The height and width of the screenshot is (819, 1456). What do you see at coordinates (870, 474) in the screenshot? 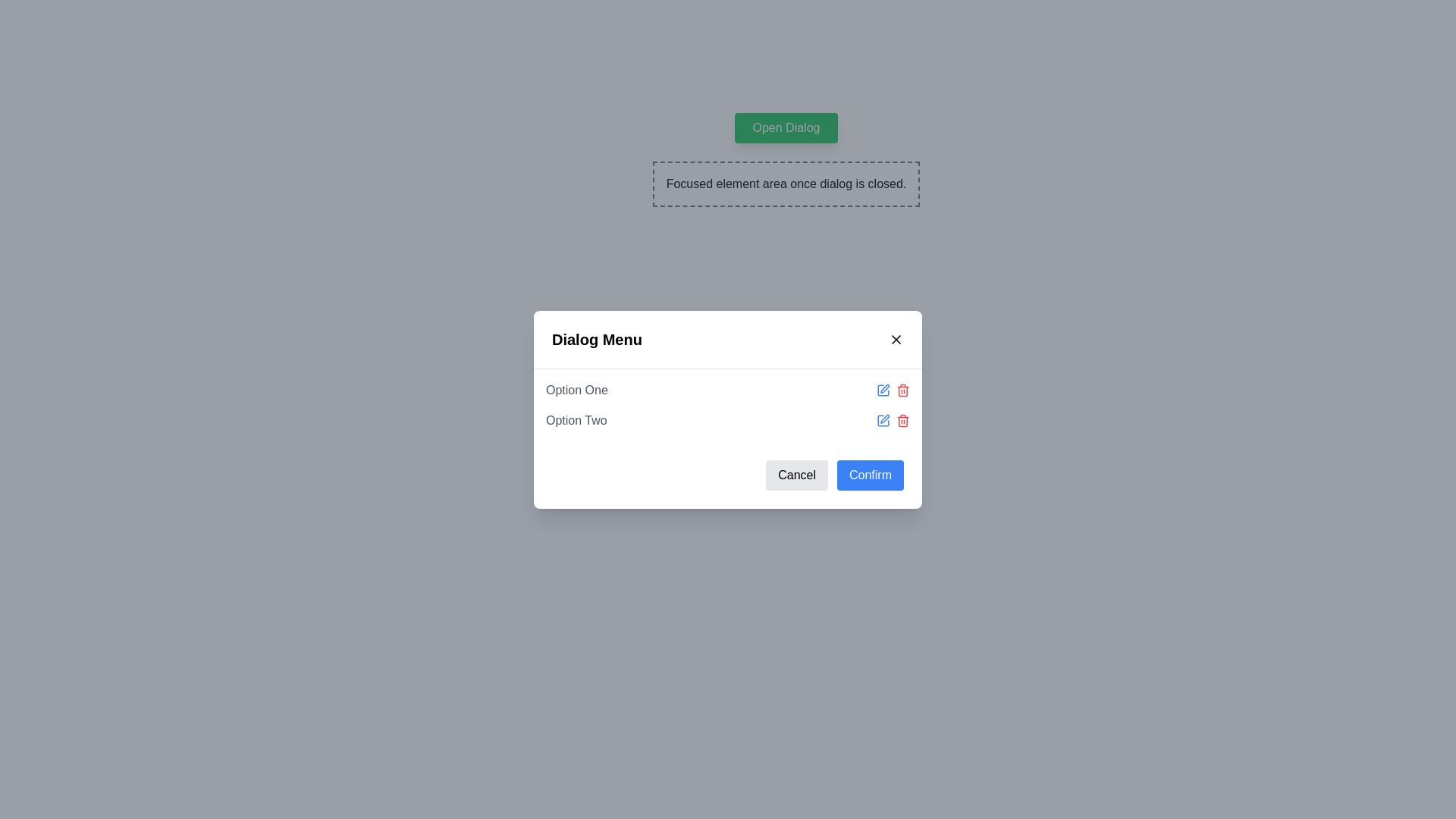
I see `the 'Confirm' button located at the bottom-right corner of the dialog box, which has a blue background and white text` at bounding box center [870, 474].